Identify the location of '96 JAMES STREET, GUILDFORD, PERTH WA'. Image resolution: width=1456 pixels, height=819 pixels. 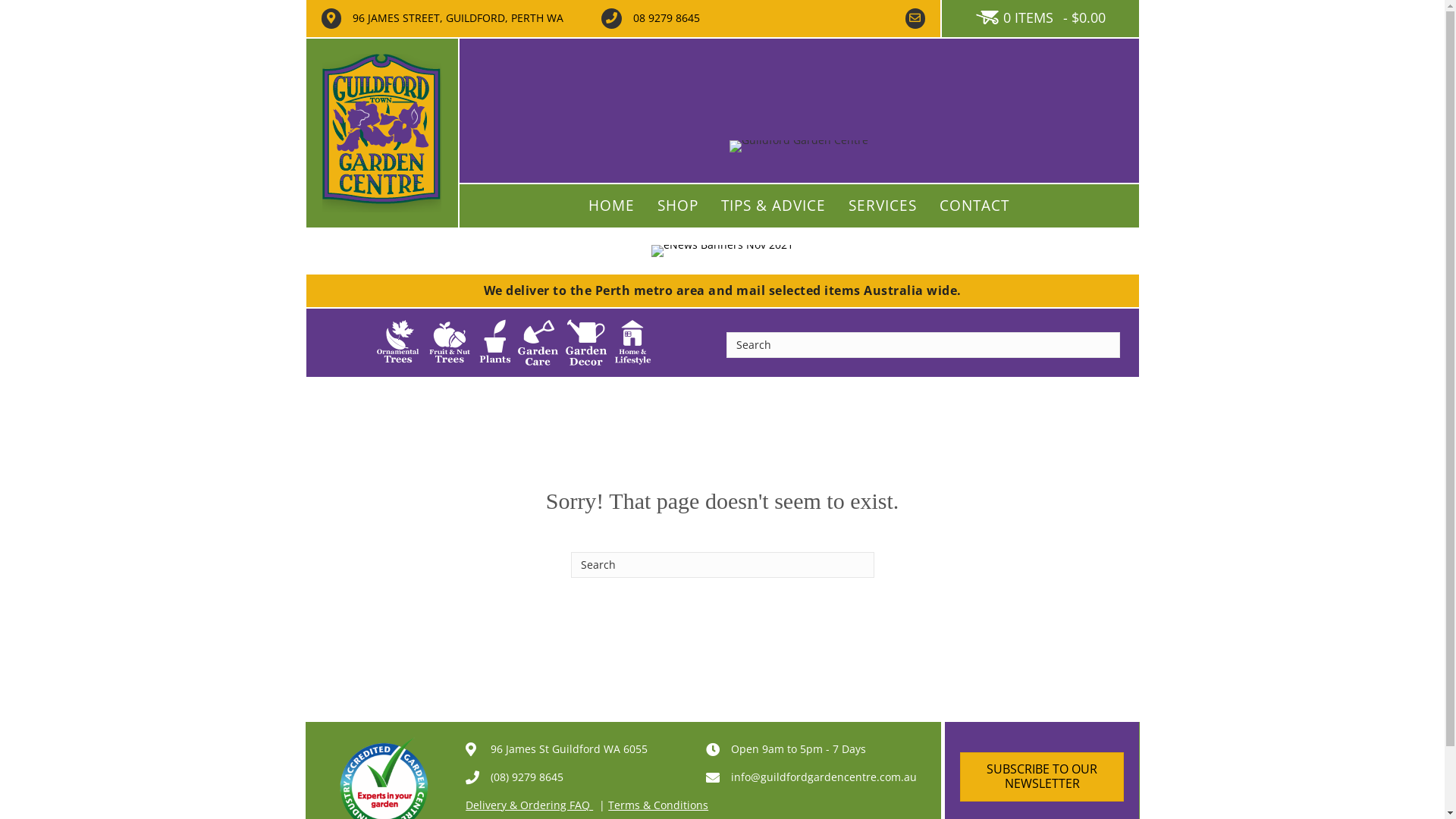
(457, 17).